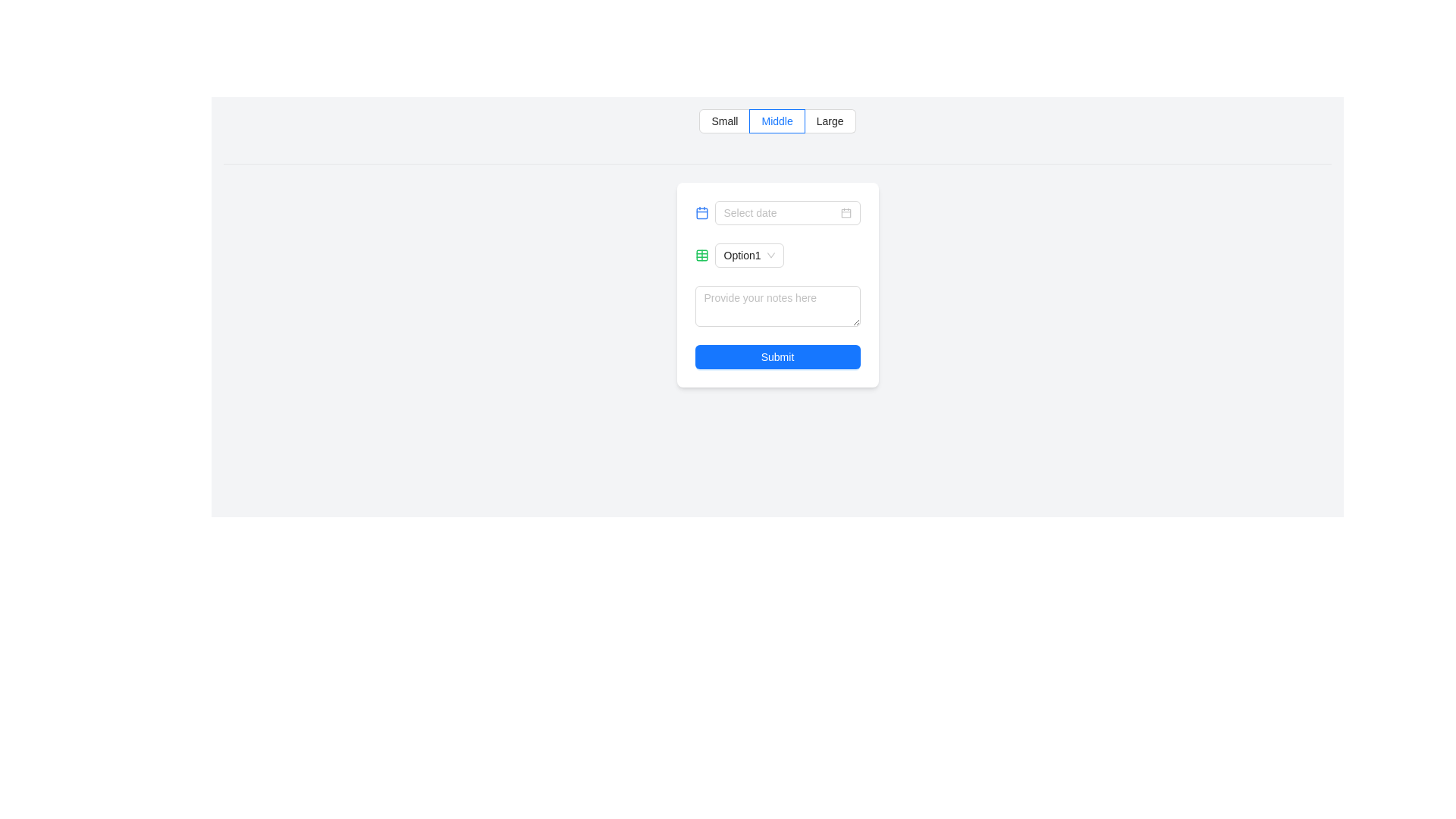 The image size is (1456, 819). What do you see at coordinates (777, 306) in the screenshot?
I see `the text input field for notes, which is located below the 'Option1' dropdown and above the 'Submit' button, to focus and type` at bounding box center [777, 306].